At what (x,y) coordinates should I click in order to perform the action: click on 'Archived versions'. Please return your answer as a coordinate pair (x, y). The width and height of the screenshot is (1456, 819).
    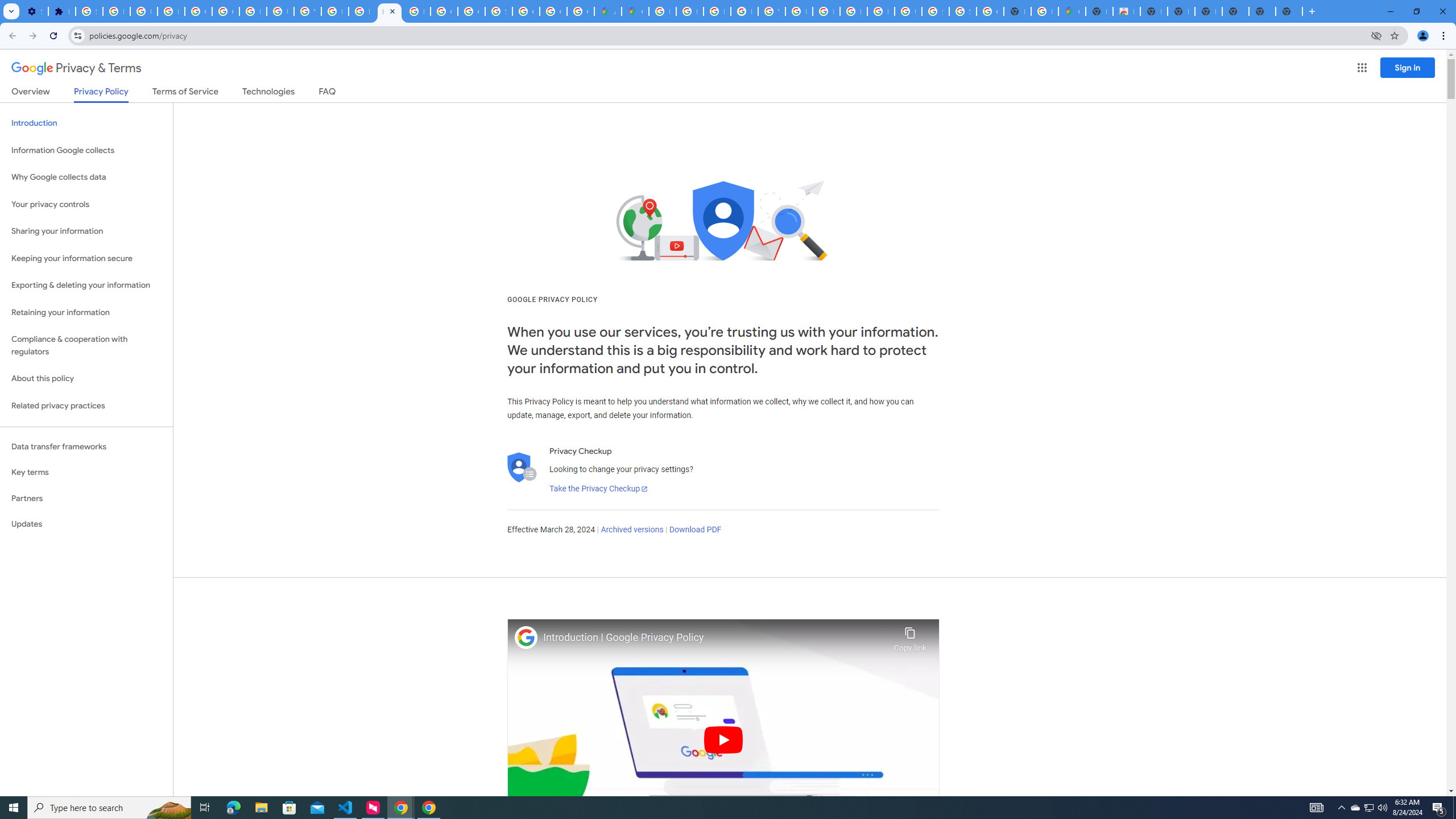
    Looking at the image, I should click on (631, 529).